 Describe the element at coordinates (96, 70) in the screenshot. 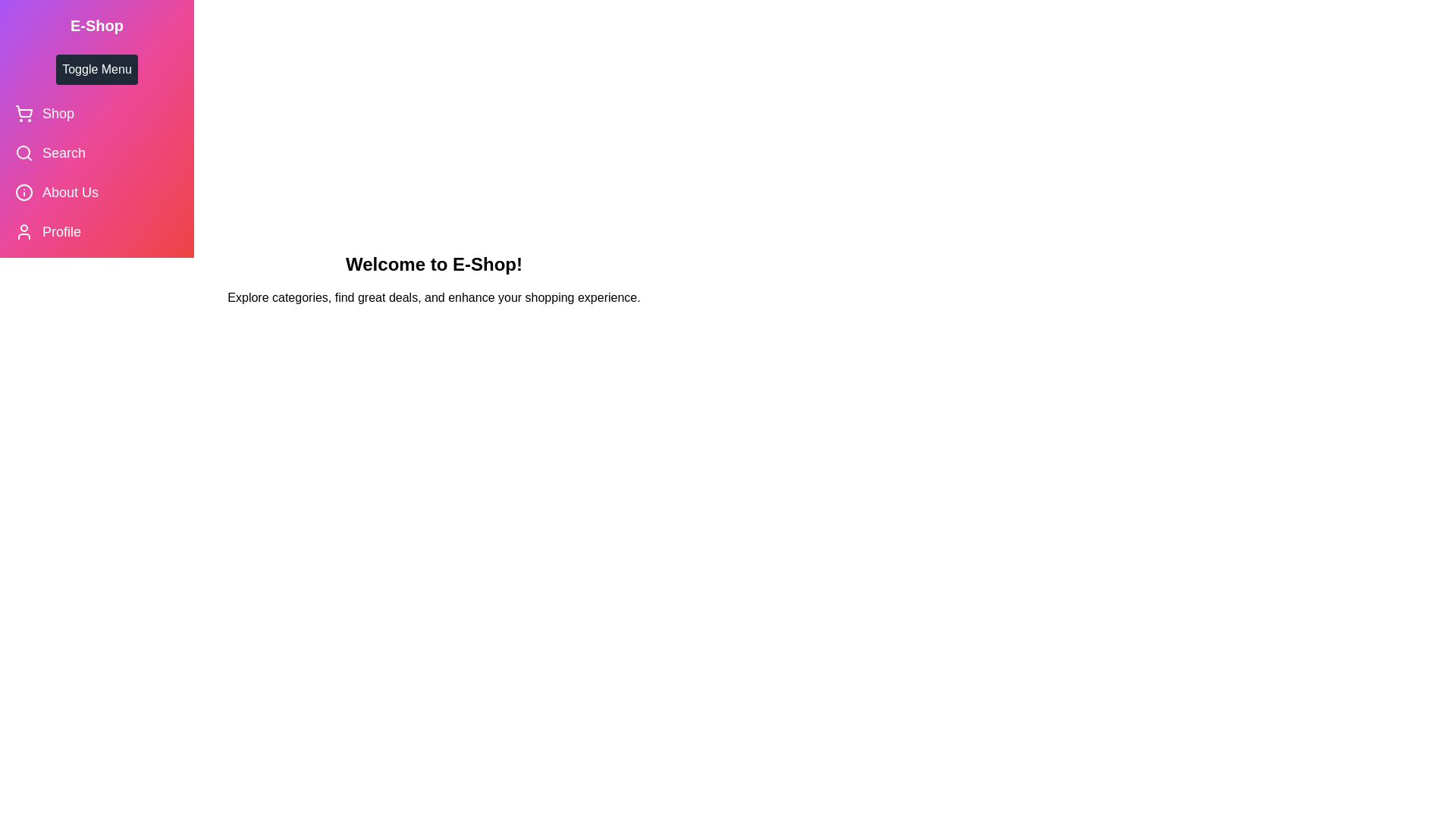

I see `the 'Toggle Menu' button to toggle the visibility of the drawer` at that location.